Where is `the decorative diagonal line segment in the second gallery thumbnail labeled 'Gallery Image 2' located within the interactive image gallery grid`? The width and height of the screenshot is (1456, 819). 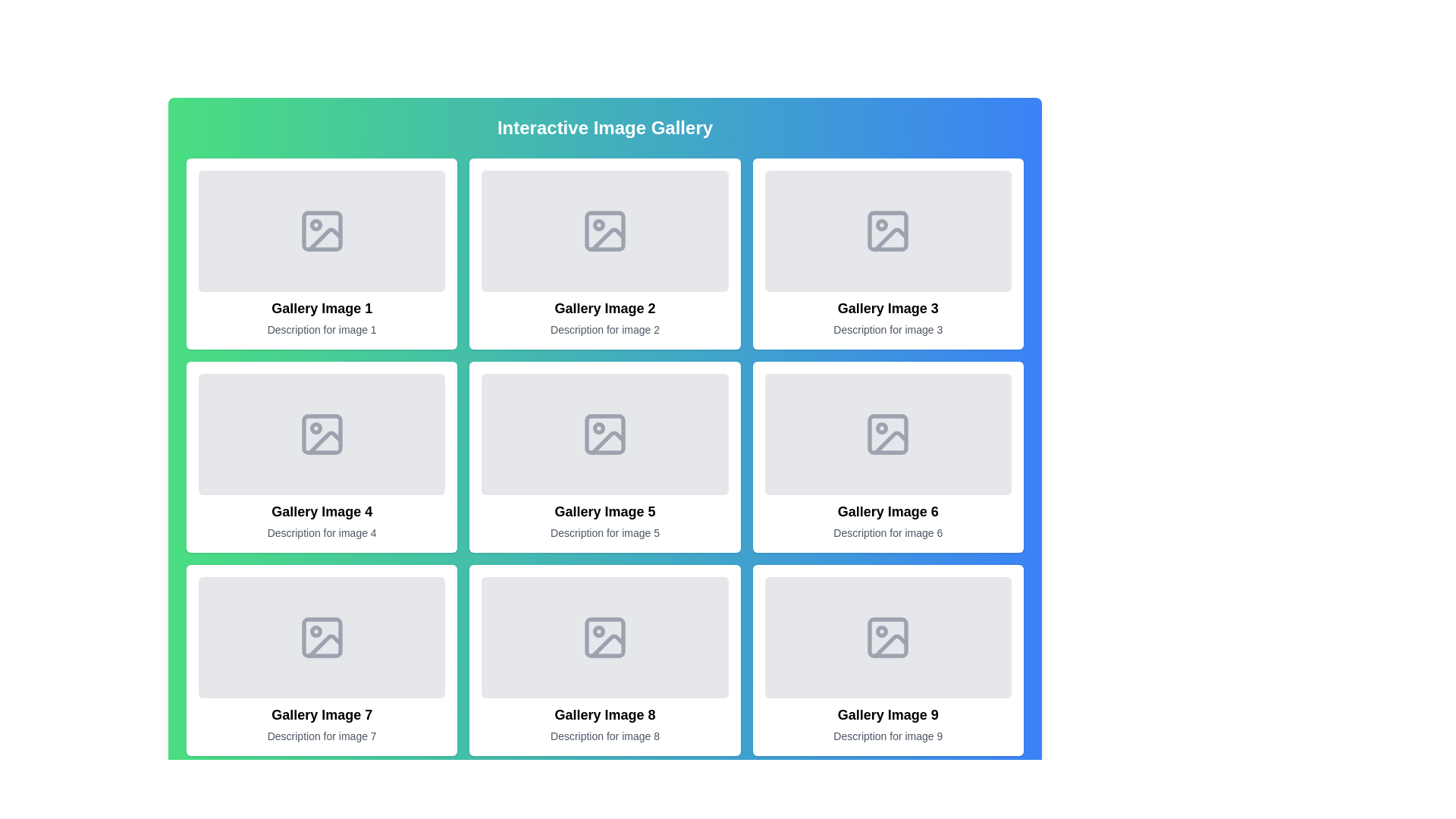
the decorative diagonal line segment in the second gallery thumbnail labeled 'Gallery Image 2' located within the interactive image gallery grid is located at coordinates (607, 239).